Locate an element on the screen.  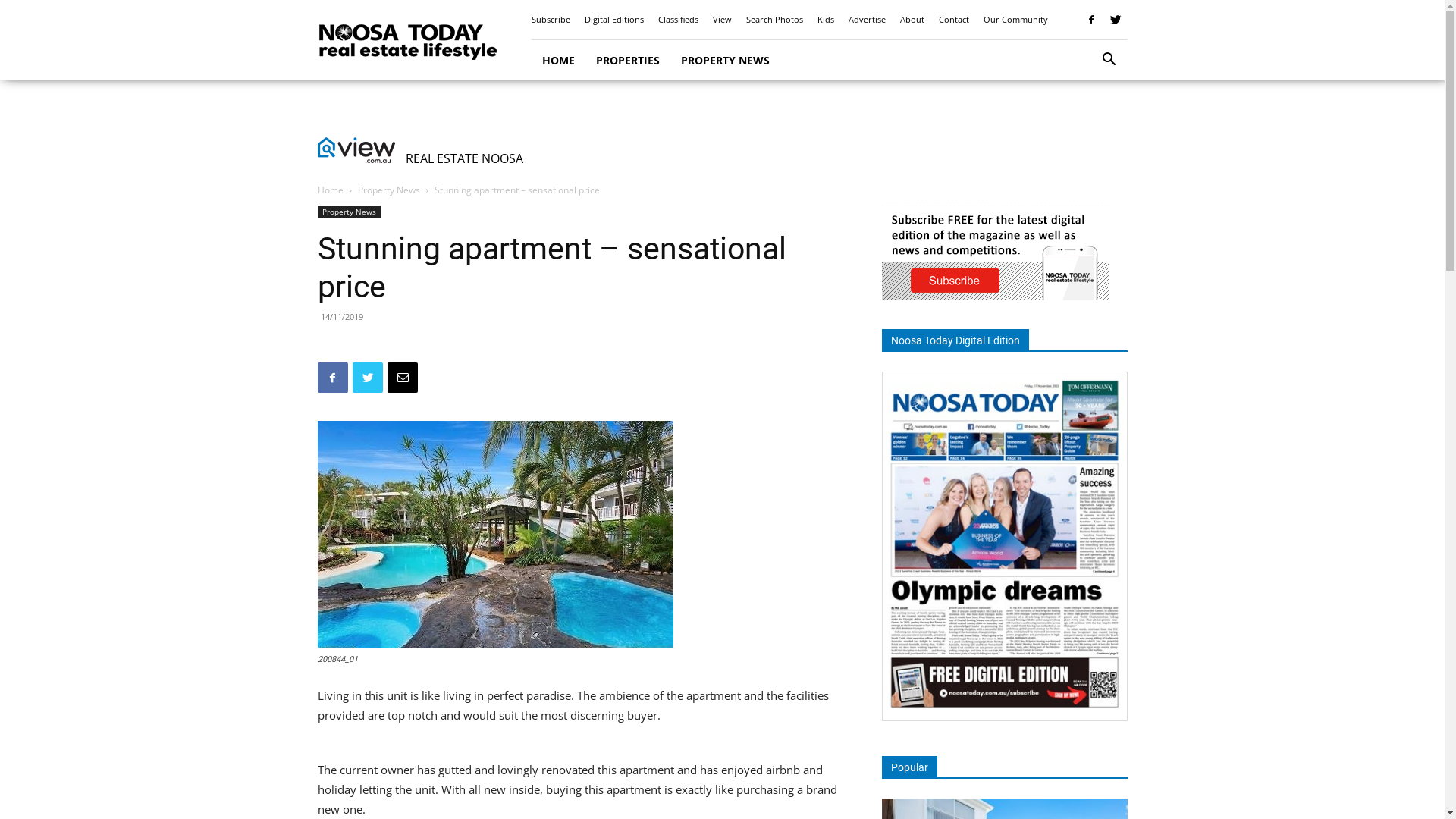
'Property News' is located at coordinates (347, 212).